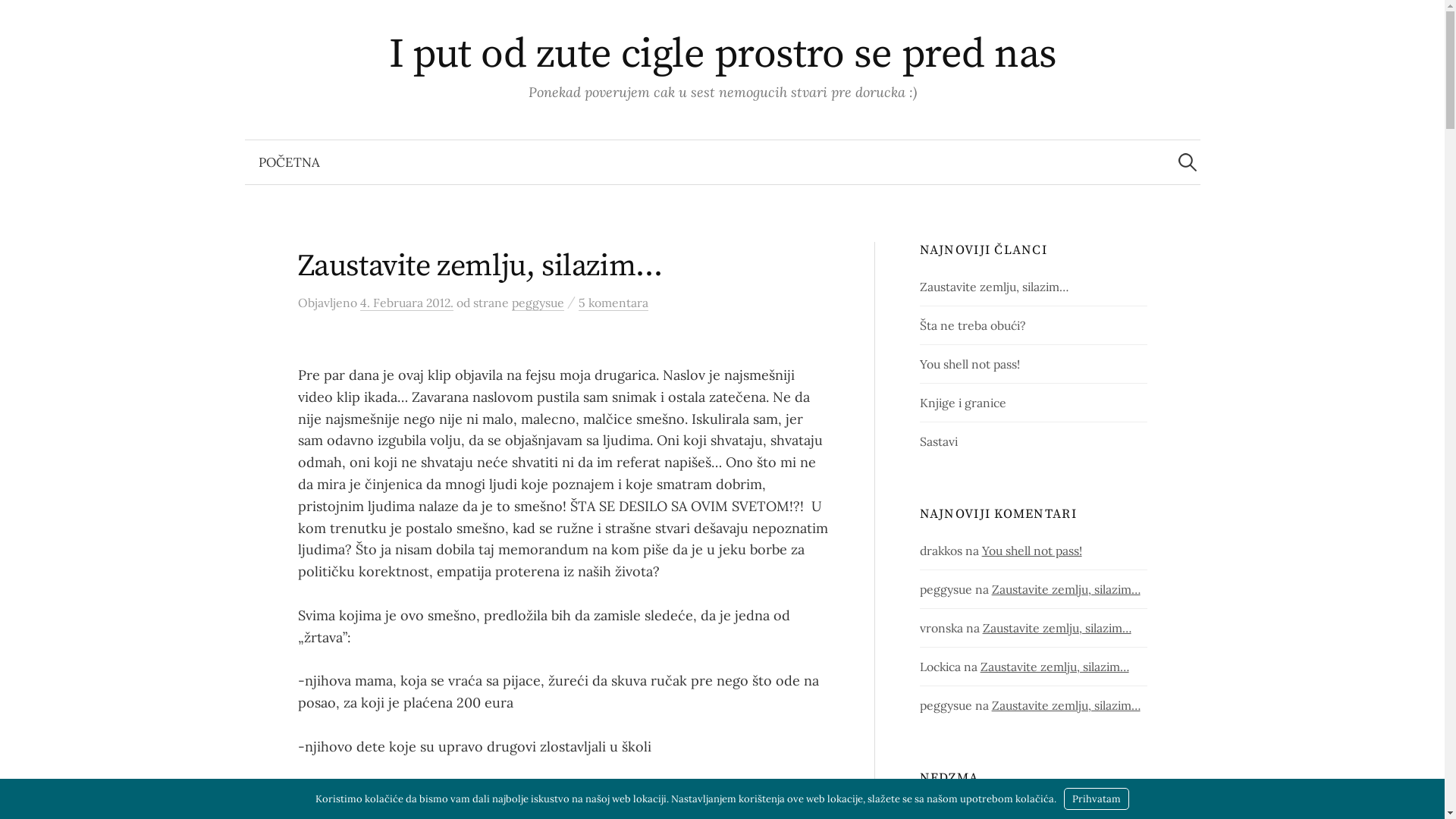 The width and height of the screenshot is (1456, 819). Describe the element at coordinates (1096, 798) in the screenshot. I see `'Prihvatam'` at that location.